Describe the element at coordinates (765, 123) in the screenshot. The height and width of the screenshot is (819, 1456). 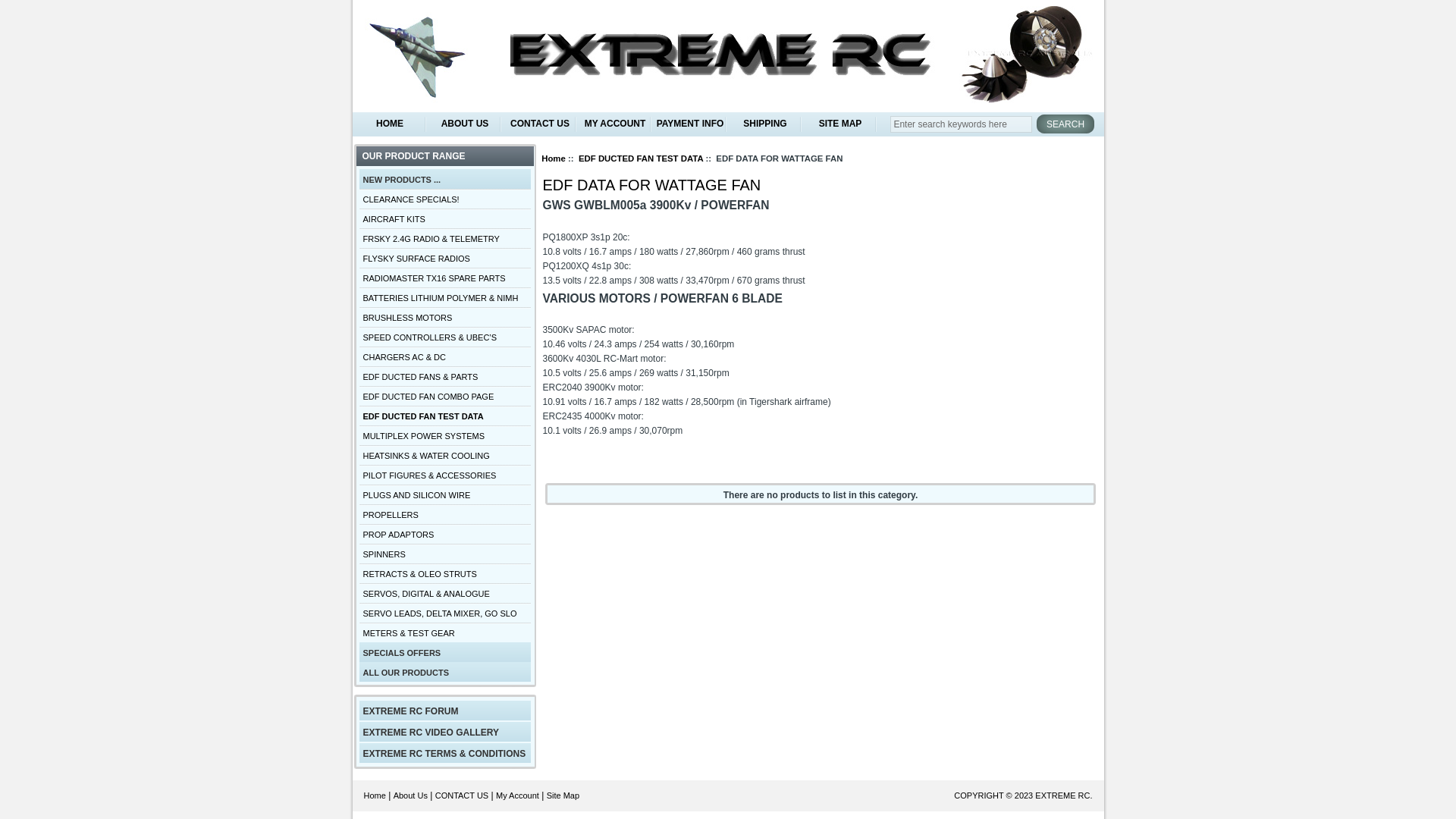
I see `'SHIPPING'` at that location.